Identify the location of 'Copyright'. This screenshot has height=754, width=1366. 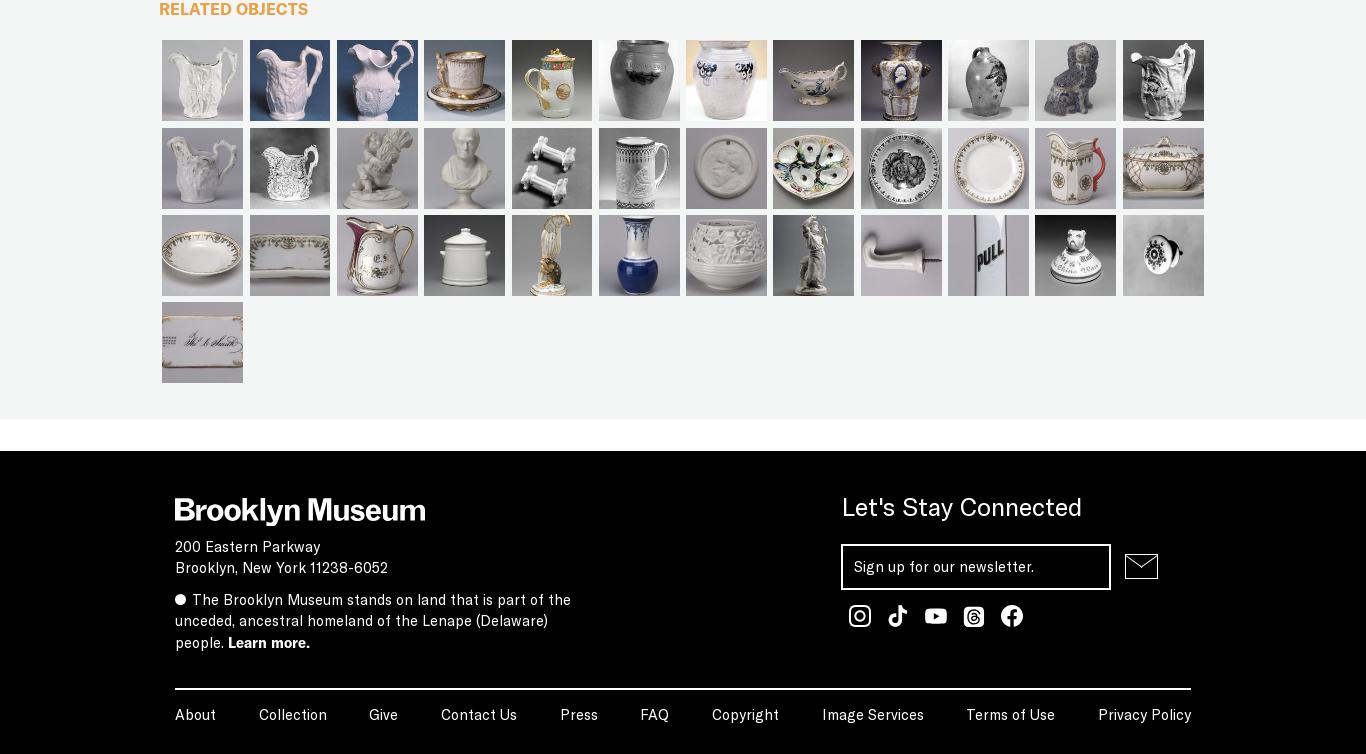
(744, 712).